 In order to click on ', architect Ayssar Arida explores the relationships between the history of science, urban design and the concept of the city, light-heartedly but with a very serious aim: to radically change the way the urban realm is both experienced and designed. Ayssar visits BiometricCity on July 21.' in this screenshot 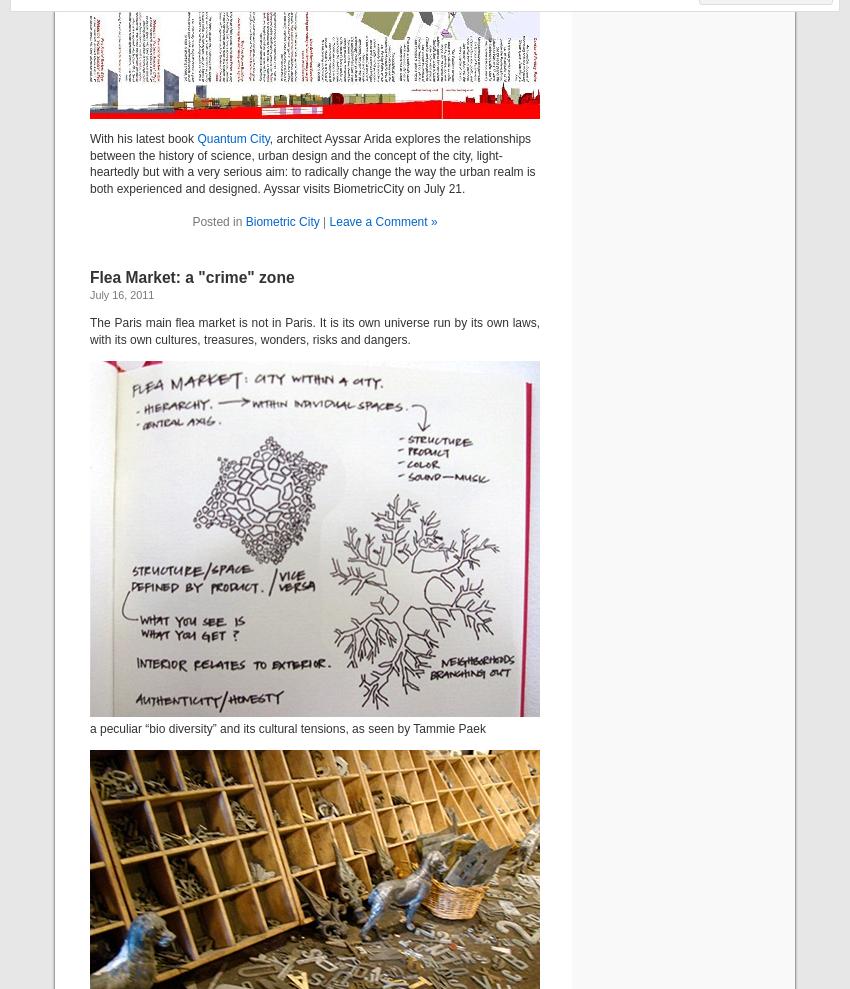, I will do `click(312, 162)`.